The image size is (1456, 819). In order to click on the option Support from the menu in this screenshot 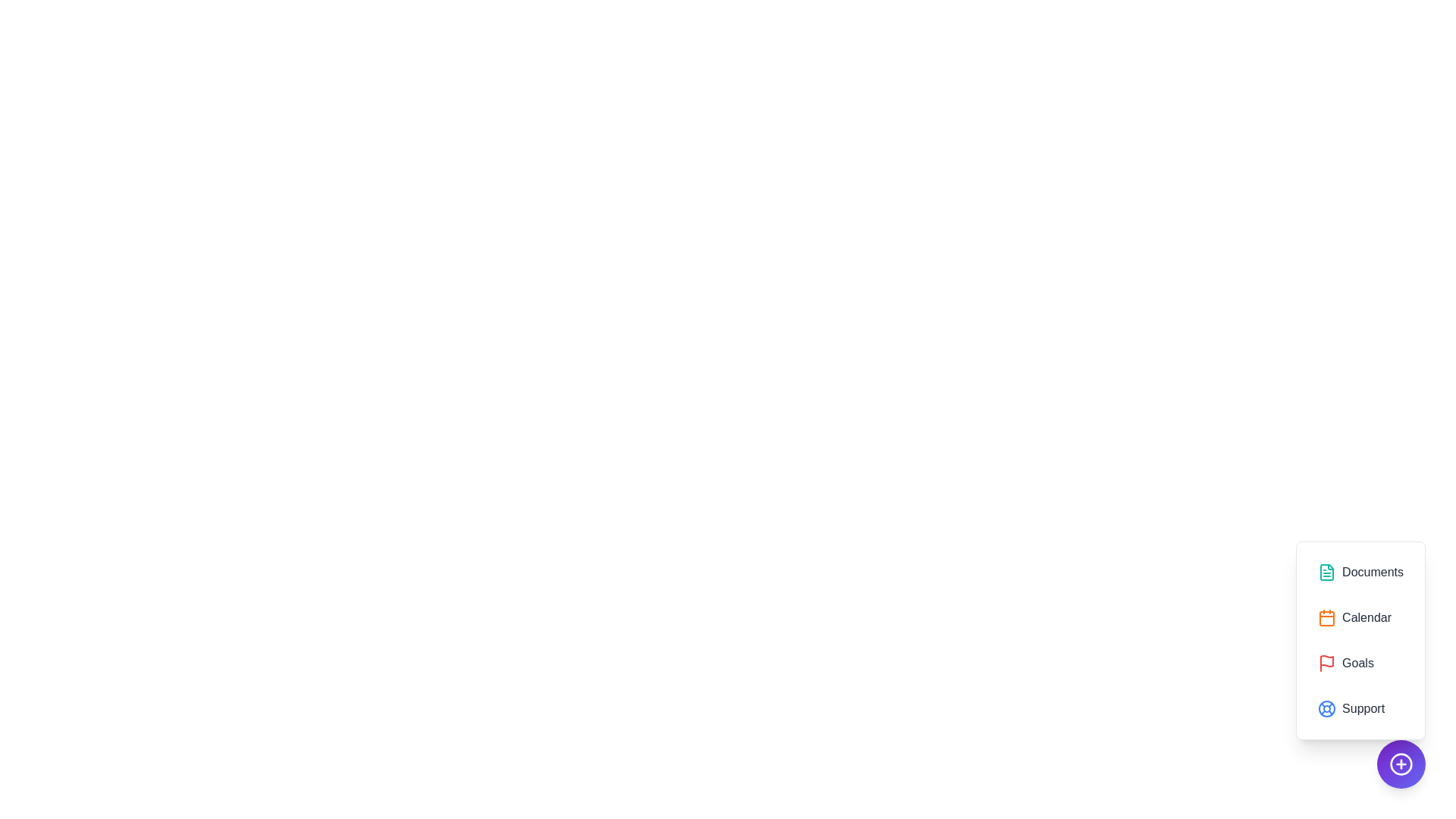, I will do `click(1360, 708)`.